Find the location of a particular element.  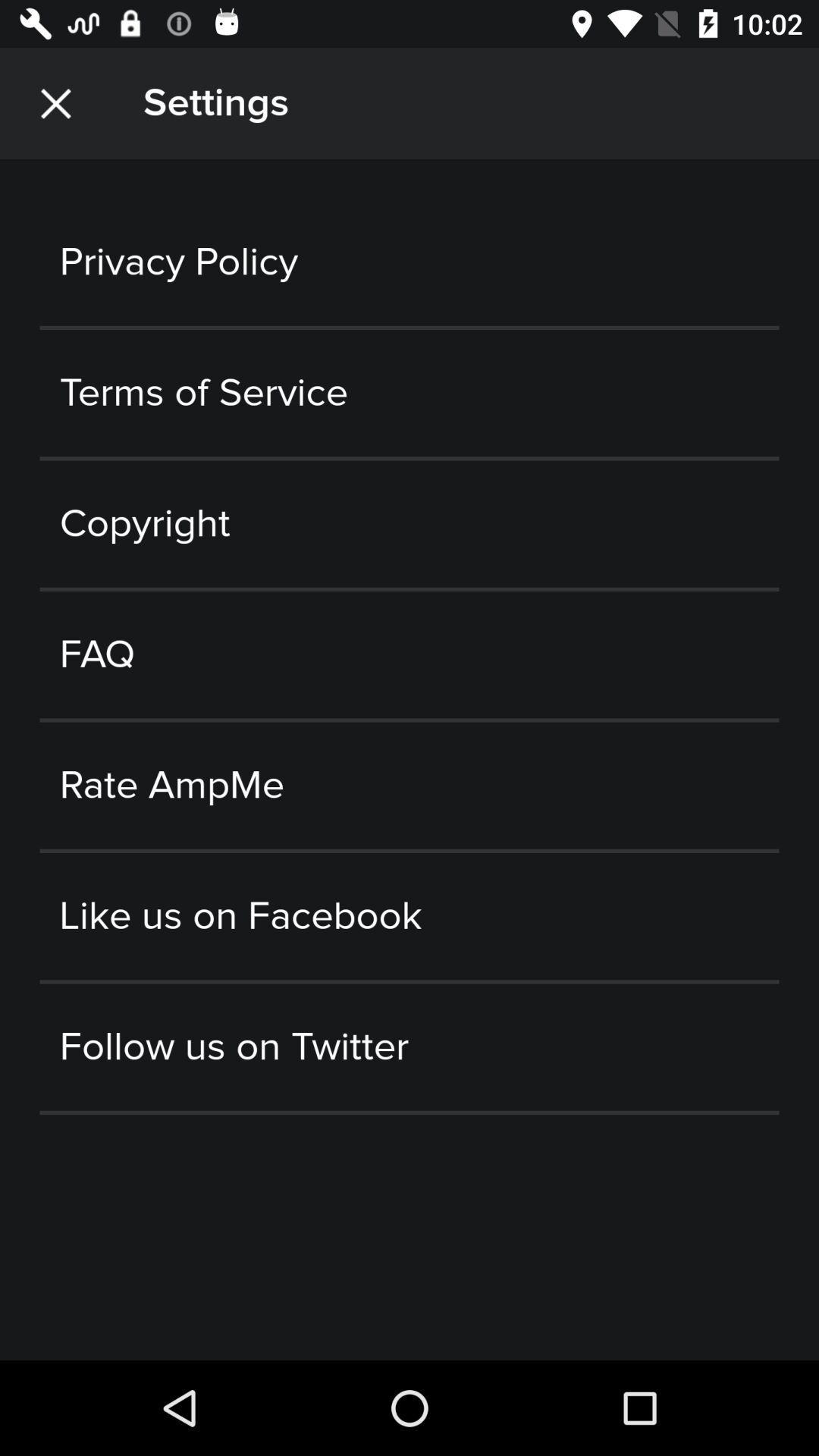

the terms of service item is located at coordinates (409, 393).